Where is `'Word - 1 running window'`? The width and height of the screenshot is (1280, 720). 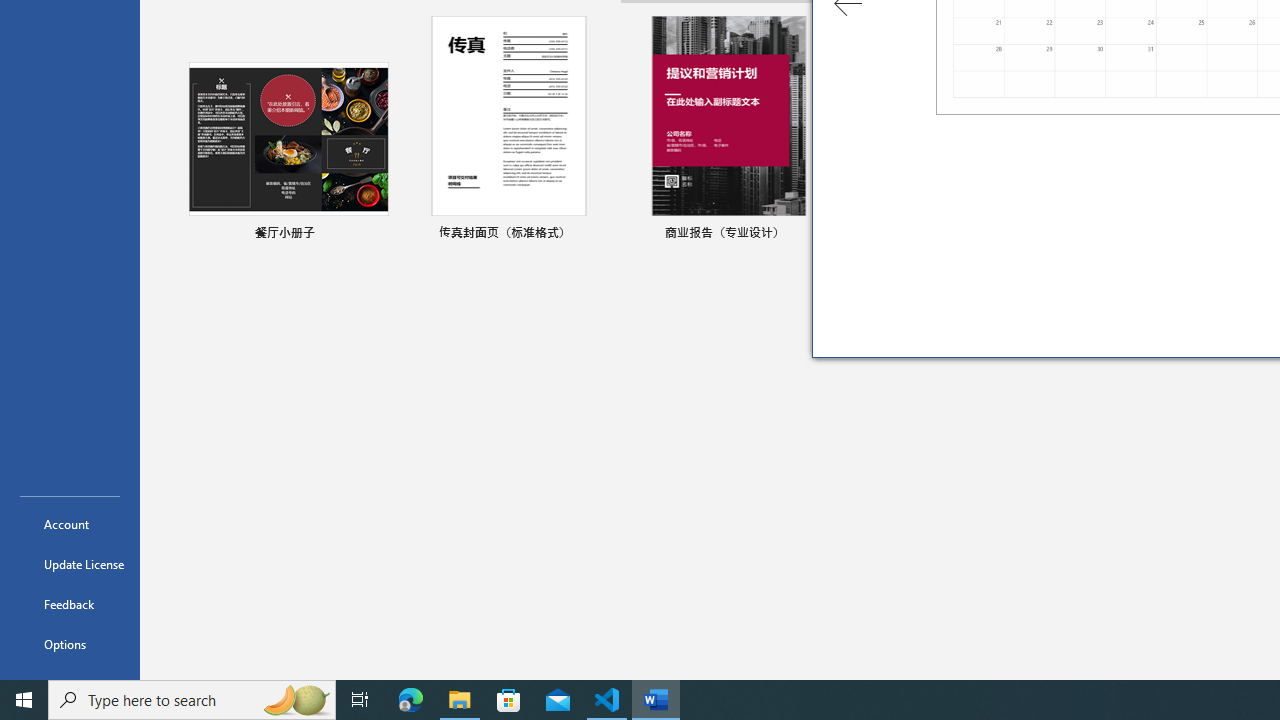
'Word - 1 running window' is located at coordinates (656, 698).